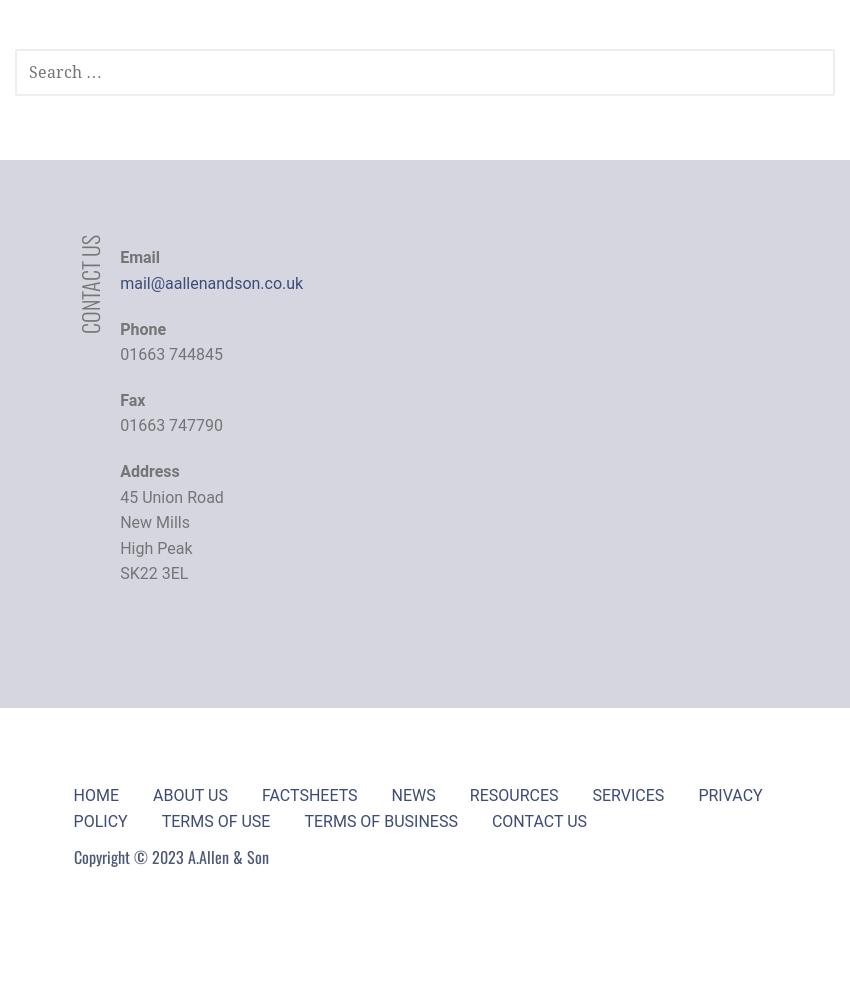 This screenshot has height=1000, width=850. What do you see at coordinates (142, 327) in the screenshot?
I see `'Phone'` at bounding box center [142, 327].